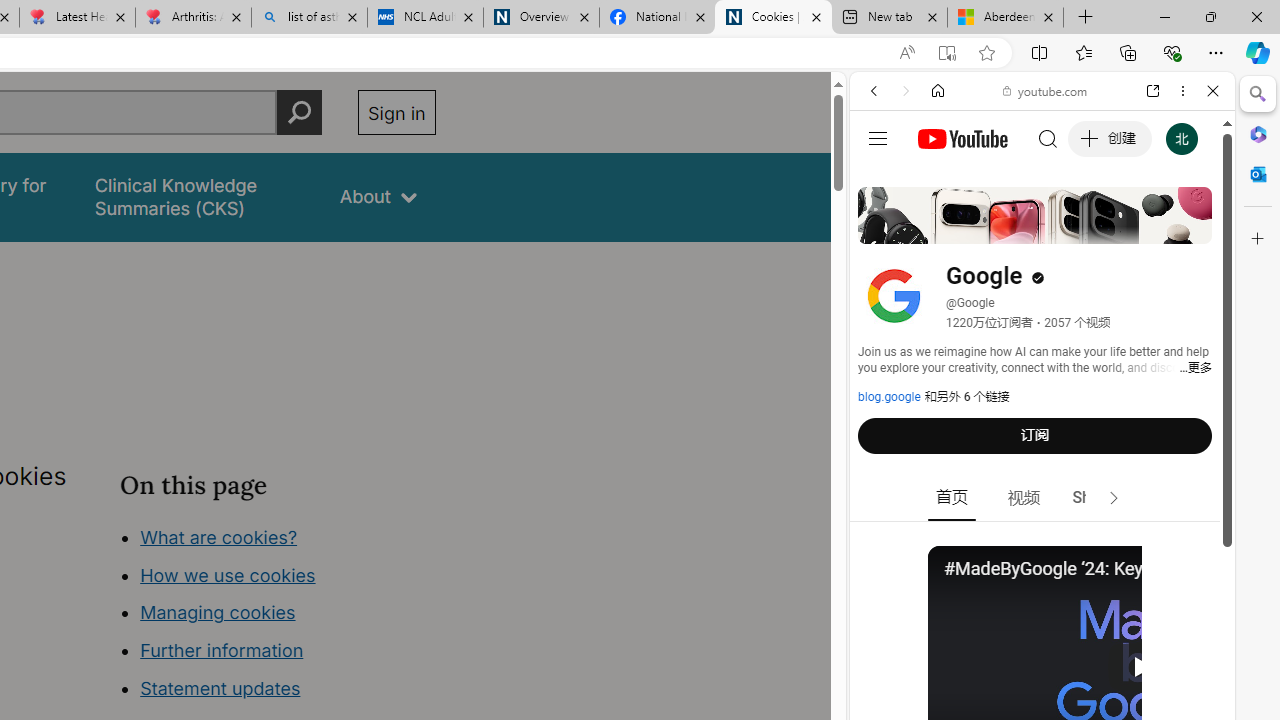  What do you see at coordinates (888, 397) in the screenshot?
I see `'blog.google'` at bounding box center [888, 397].